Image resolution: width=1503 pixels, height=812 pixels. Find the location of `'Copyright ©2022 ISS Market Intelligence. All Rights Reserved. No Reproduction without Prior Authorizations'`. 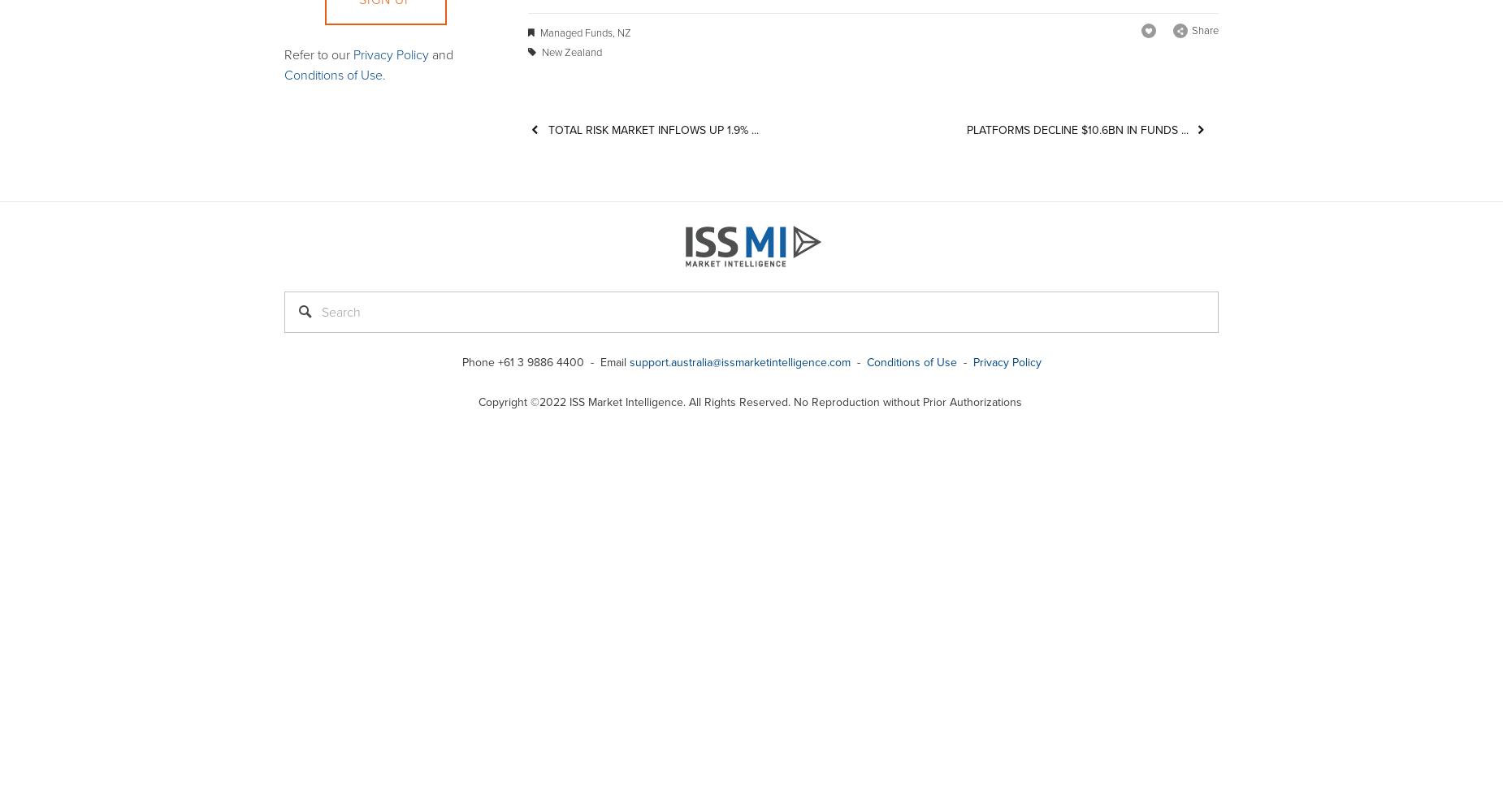

'Copyright ©2022 ISS Market Intelligence. All Rights Reserved. No Reproduction without Prior Authorizations' is located at coordinates (751, 401).